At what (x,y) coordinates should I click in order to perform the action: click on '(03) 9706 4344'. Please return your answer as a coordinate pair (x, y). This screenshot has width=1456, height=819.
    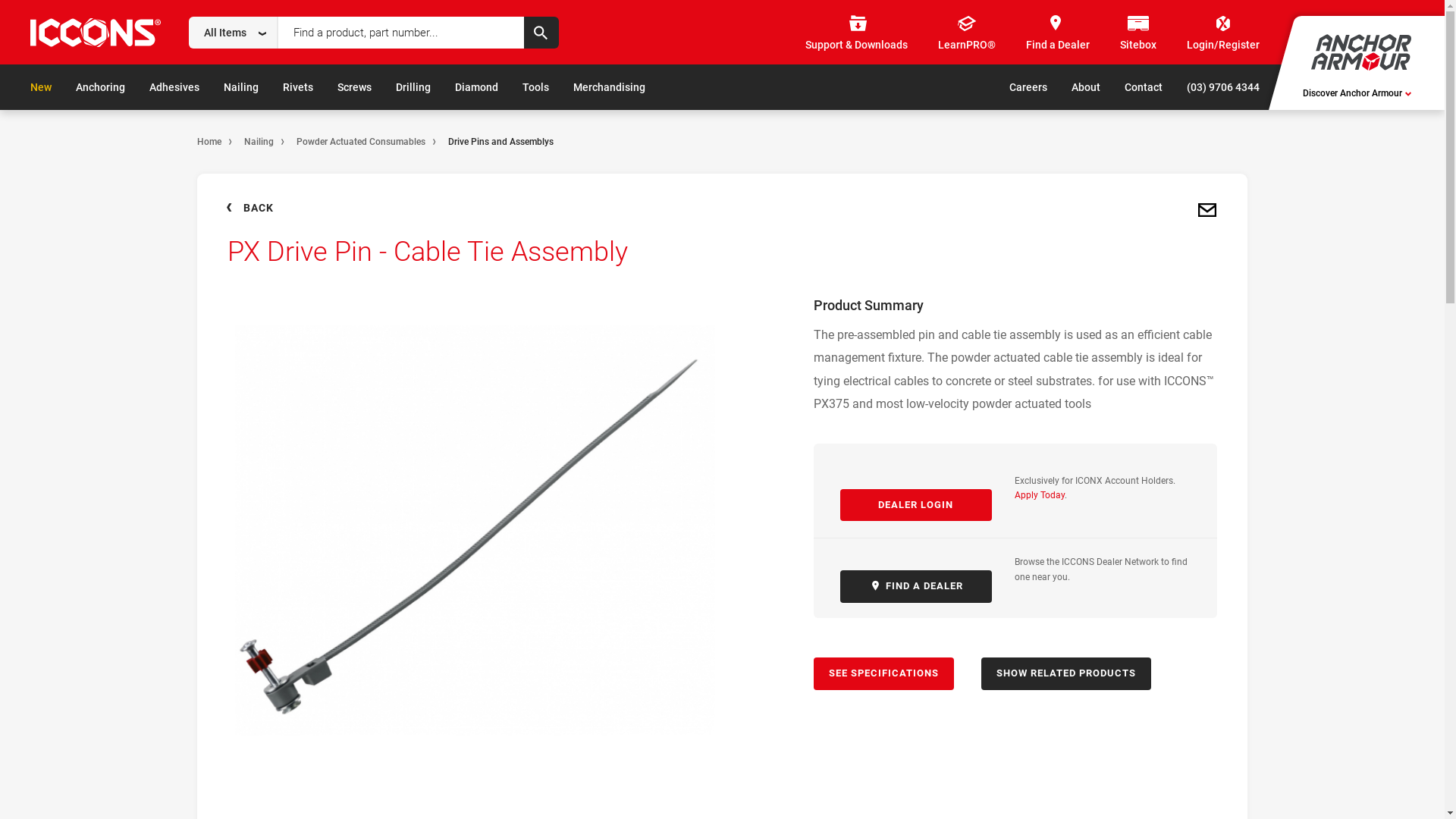
    Looking at the image, I should click on (1222, 87).